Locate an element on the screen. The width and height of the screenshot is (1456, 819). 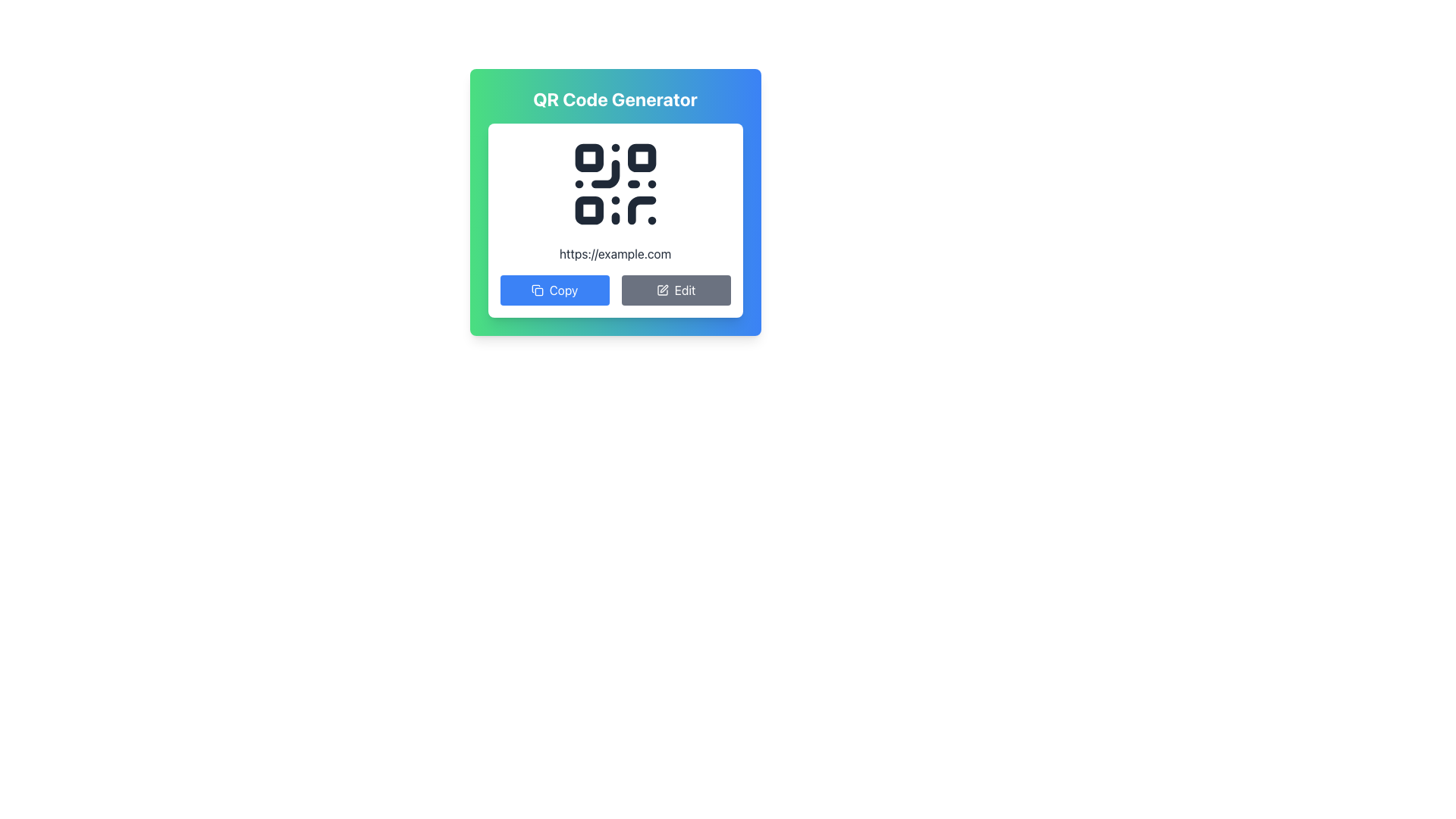
the small, square-shaped icon located at the bottom-right of the QR code graphic, which is outlined and features a rounded rectangle design is located at coordinates (642, 210).